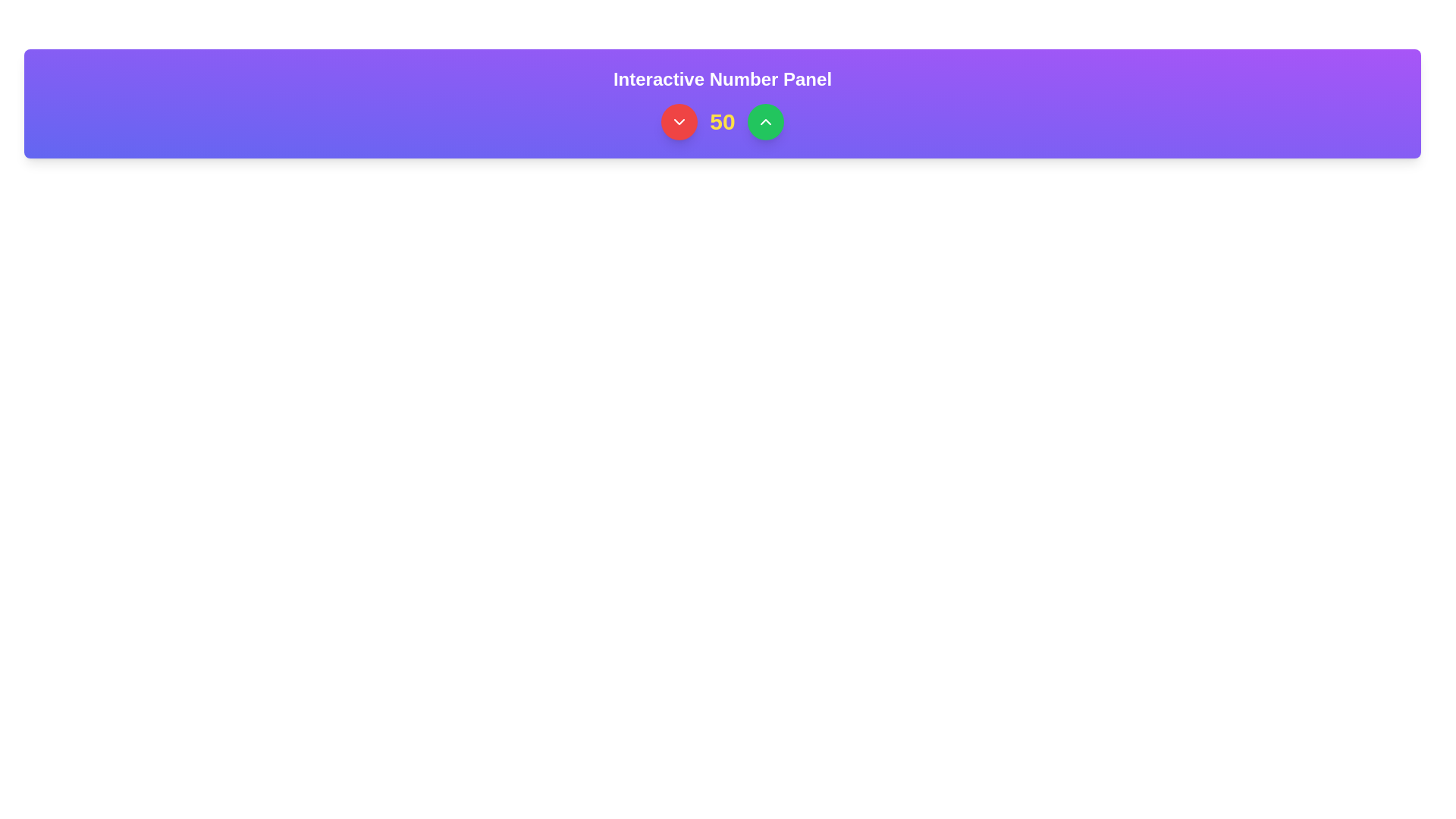 The width and height of the screenshot is (1456, 819). Describe the element at coordinates (722, 121) in the screenshot. I see `the numeric value display in the 'Interactive Number Panel', which is positioned centrally between the red 'down' button and the green 'up' button` at that location.